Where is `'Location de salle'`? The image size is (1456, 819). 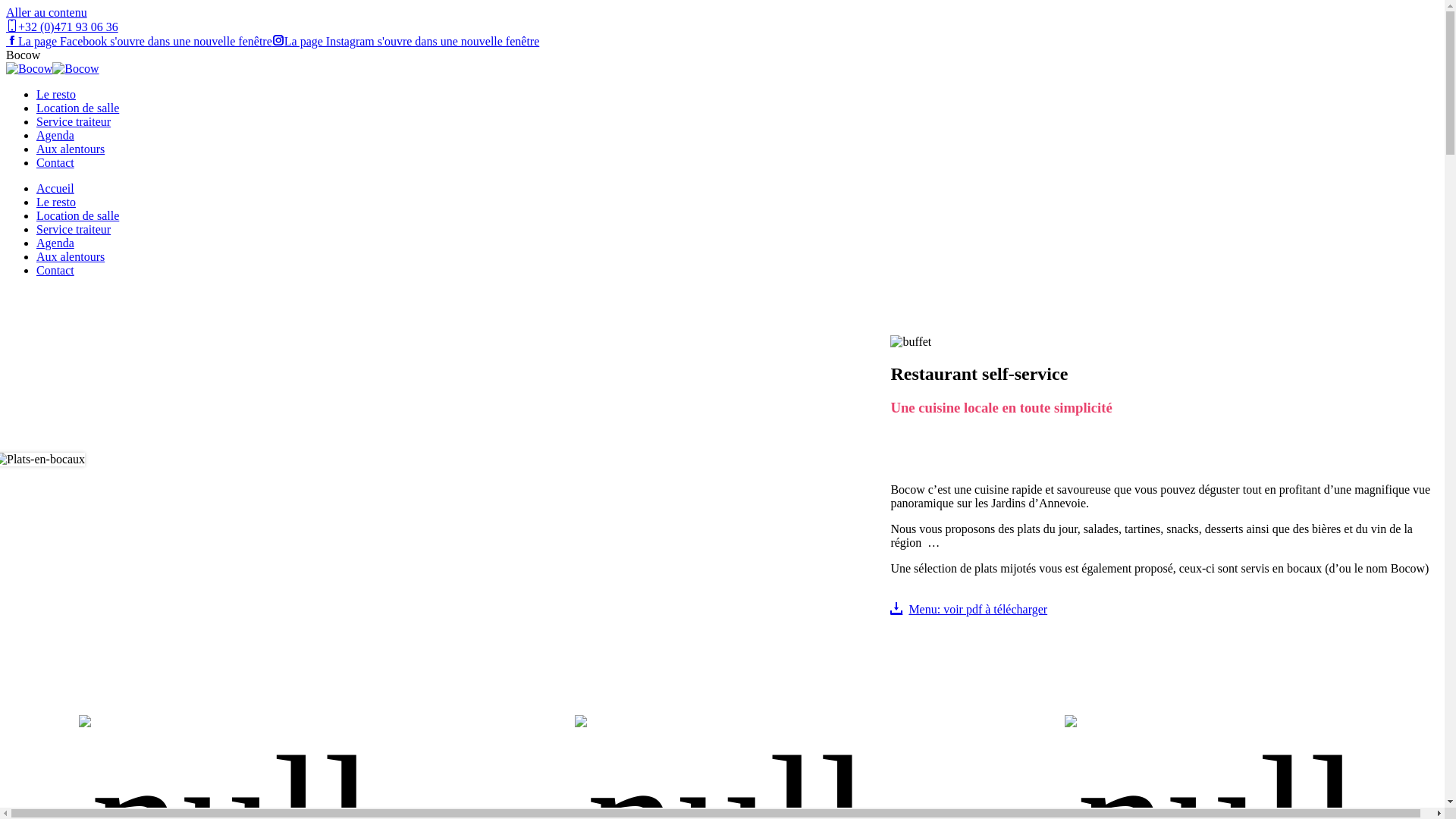
'Location de salle' is located at coordinates (77, 107).